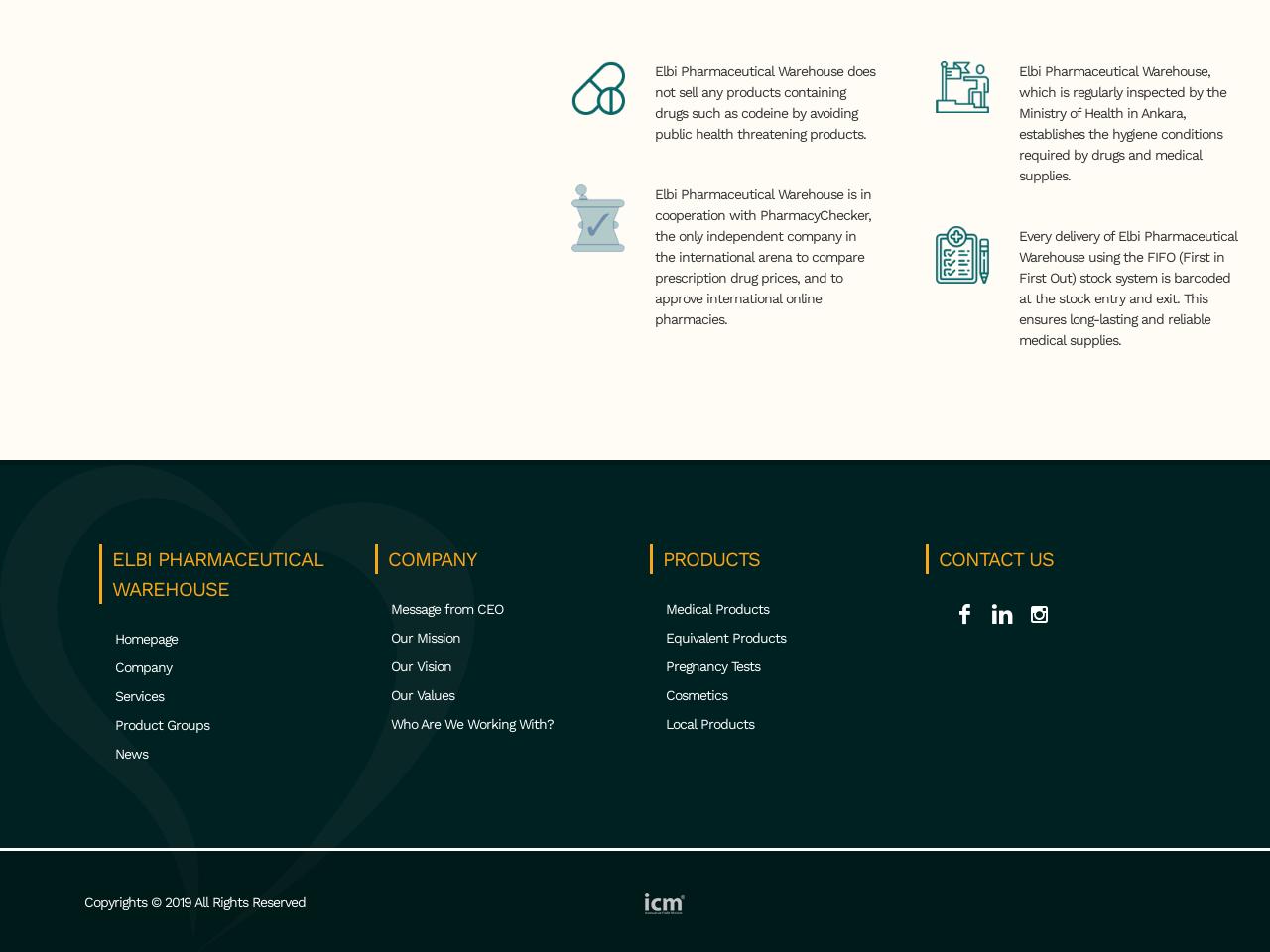 The image size is (1270, 952). What do you see at coordinates (709, 722) in the screenshot?
I see `'Local Products'` at bounding box center [709, 722].